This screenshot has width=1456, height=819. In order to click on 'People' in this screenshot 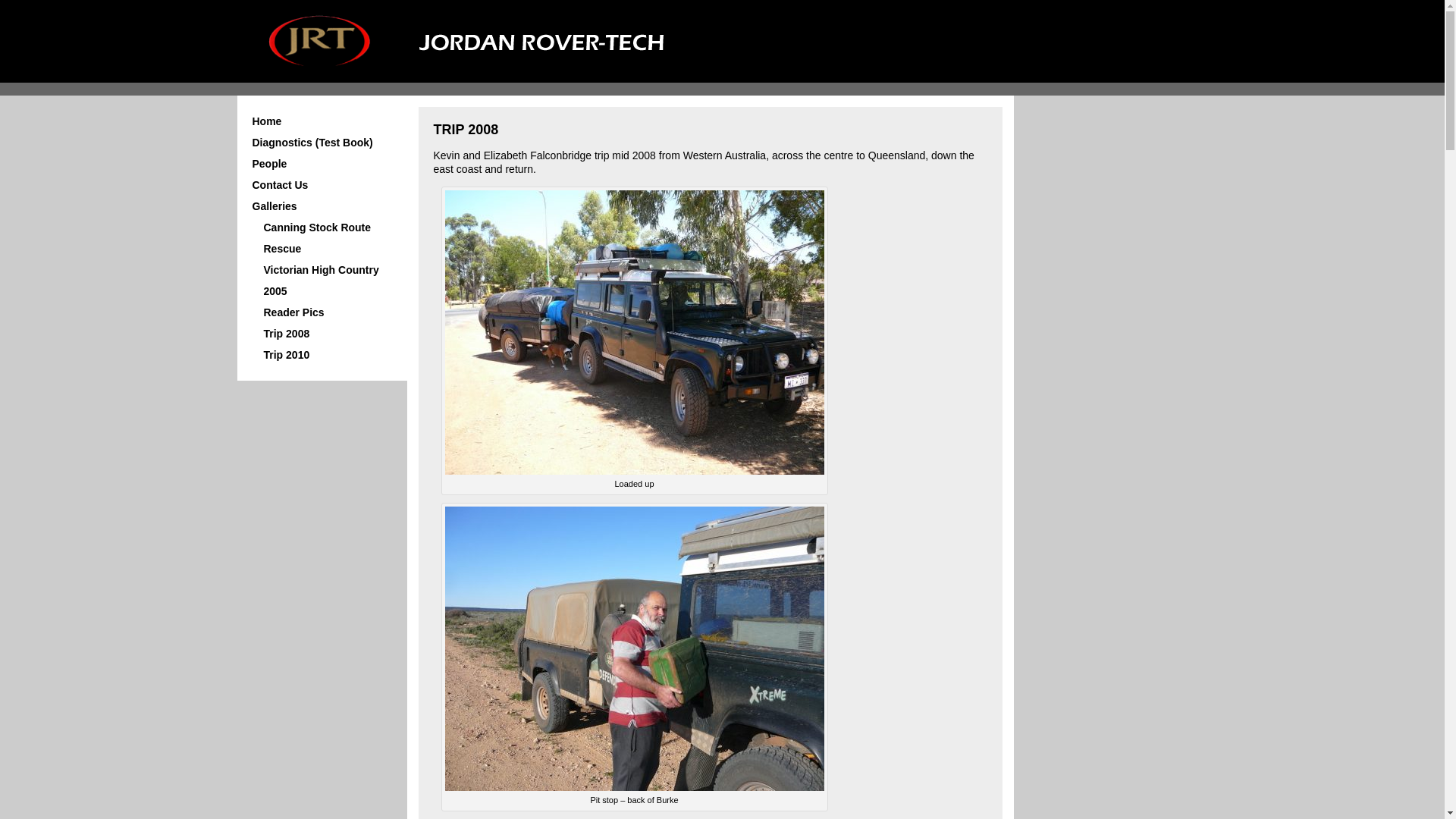, I will do `click(269, 164)`.